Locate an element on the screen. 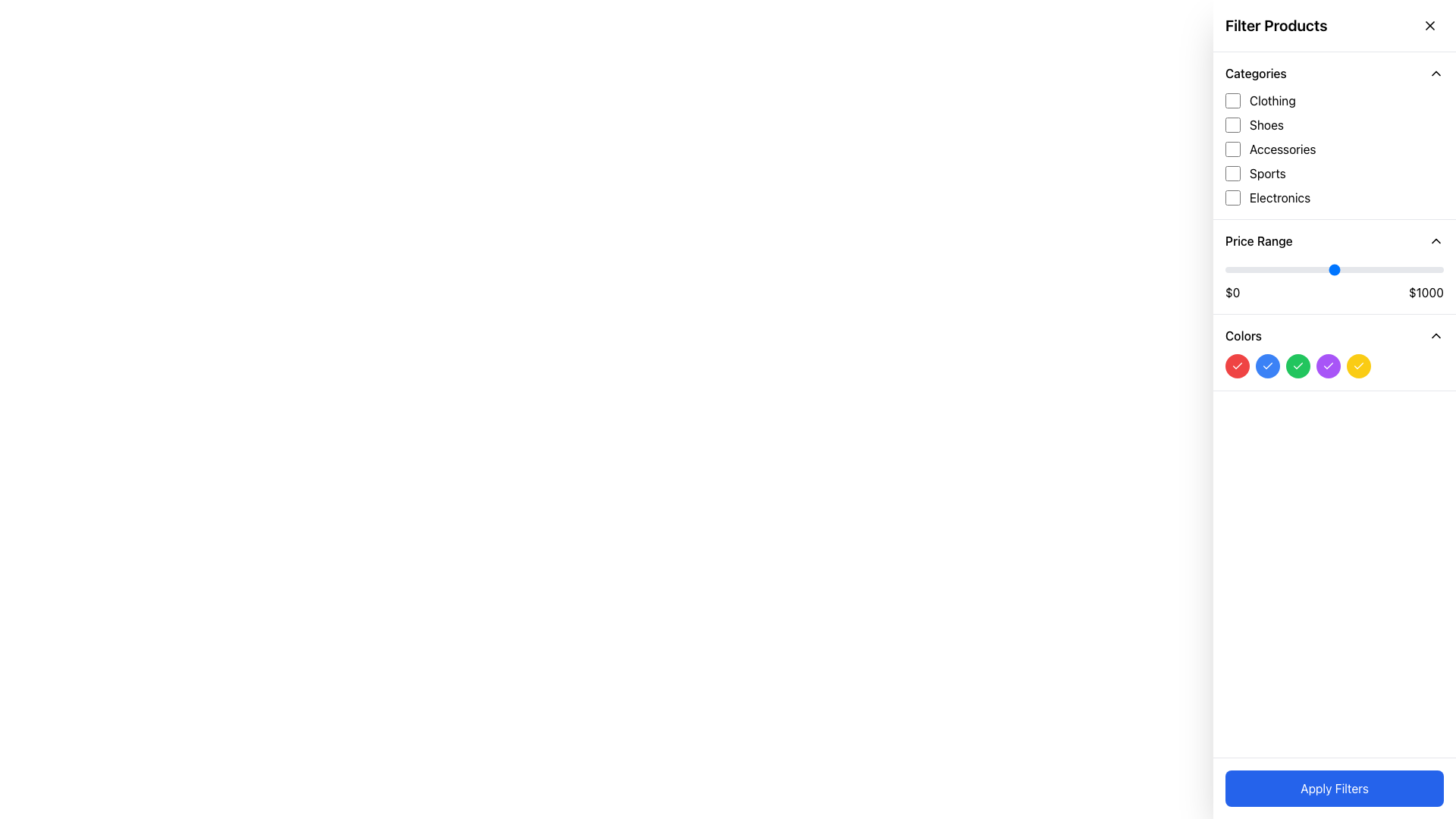 The width and height of the screenshot is (1456, 819). the last circular button representing the yellow color filter in the 'Colors' section of the filtering panel is located at coordinates (1358, 366).